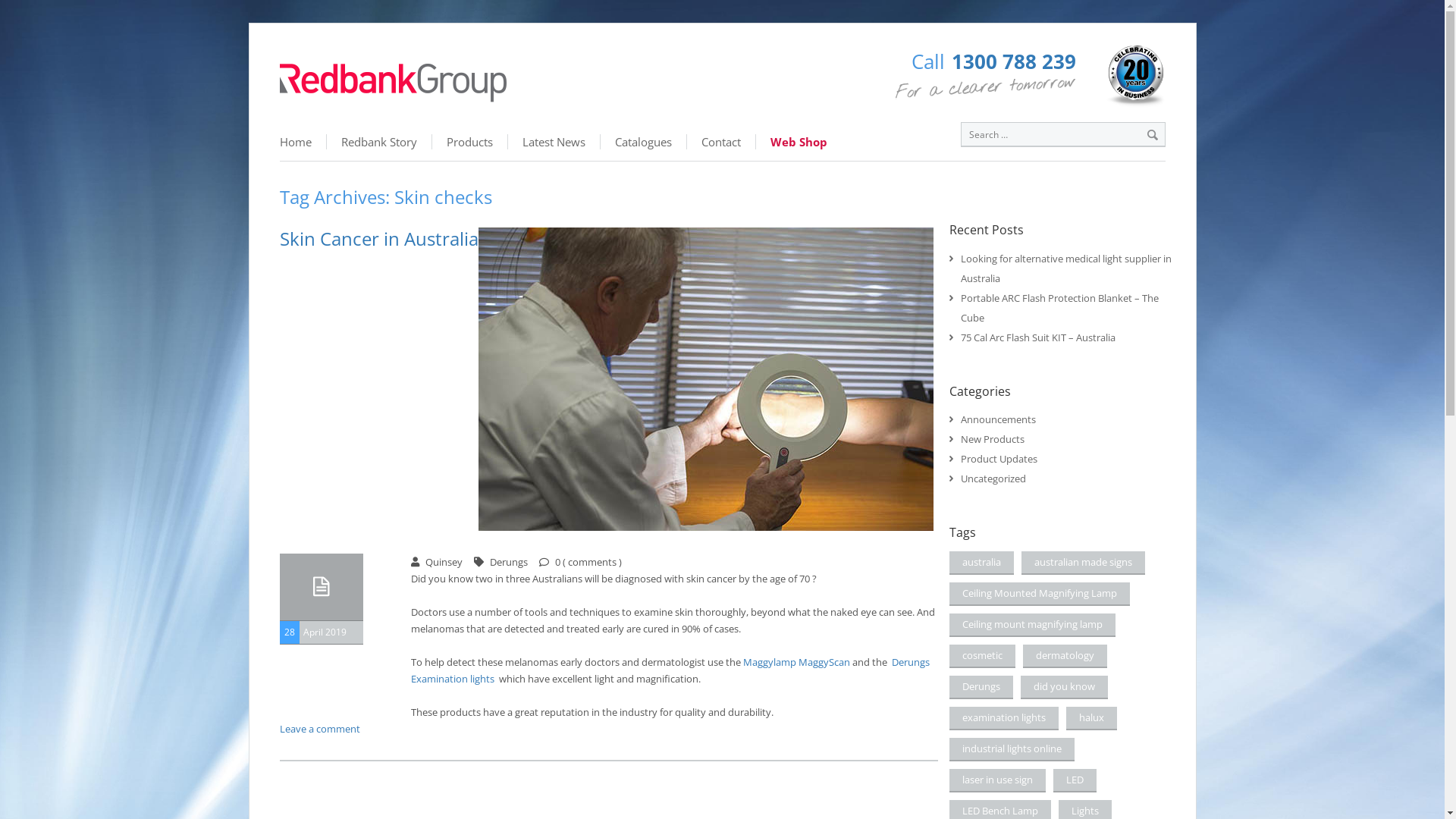 The width and height of the screenshot is (1456, 819). I want to click on 'Catalogues', so click(644, 141).